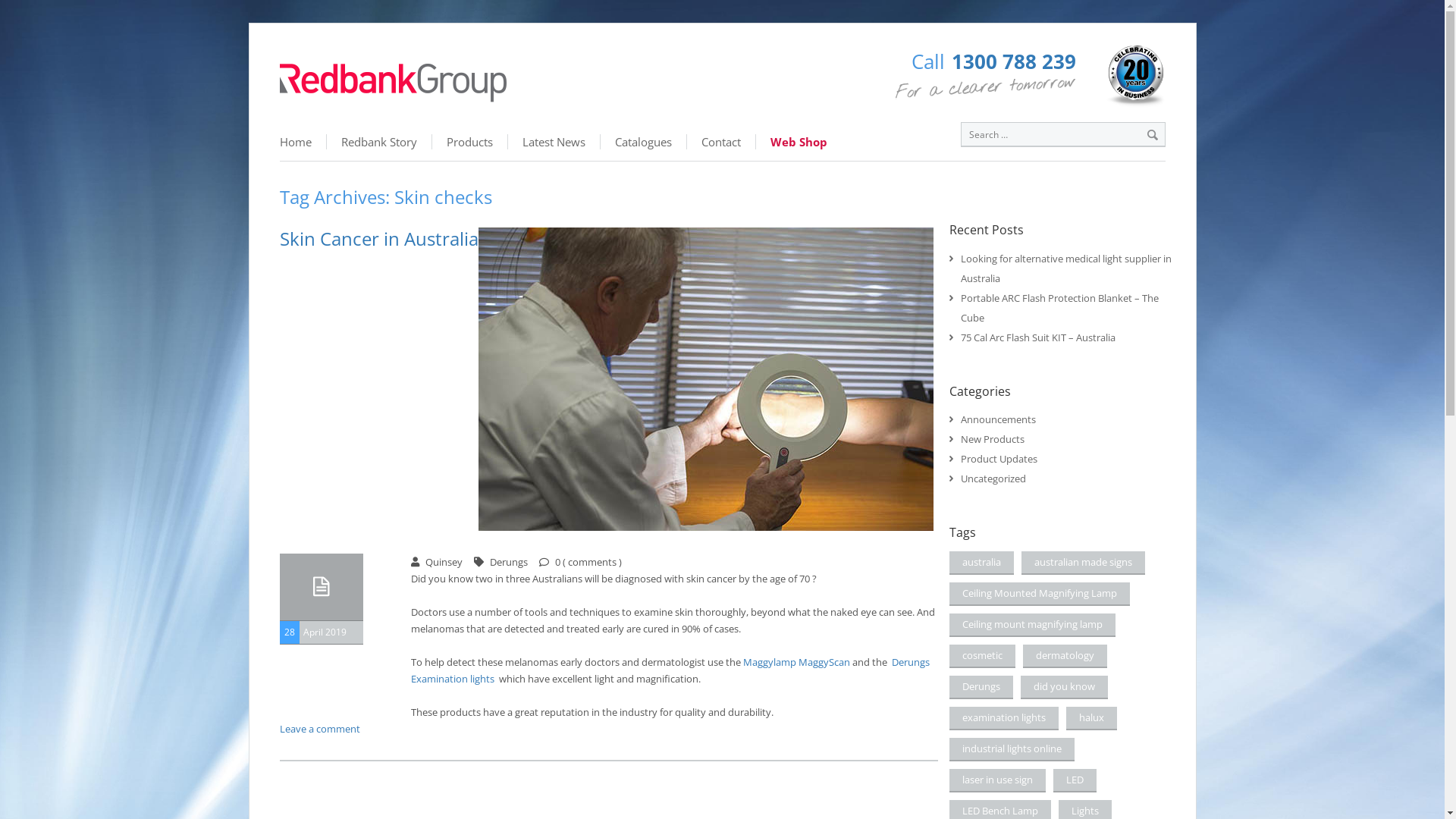 The width and height of the screenshot is (1456, 819). I want to click on 'Catalogues', so click(644, 141).